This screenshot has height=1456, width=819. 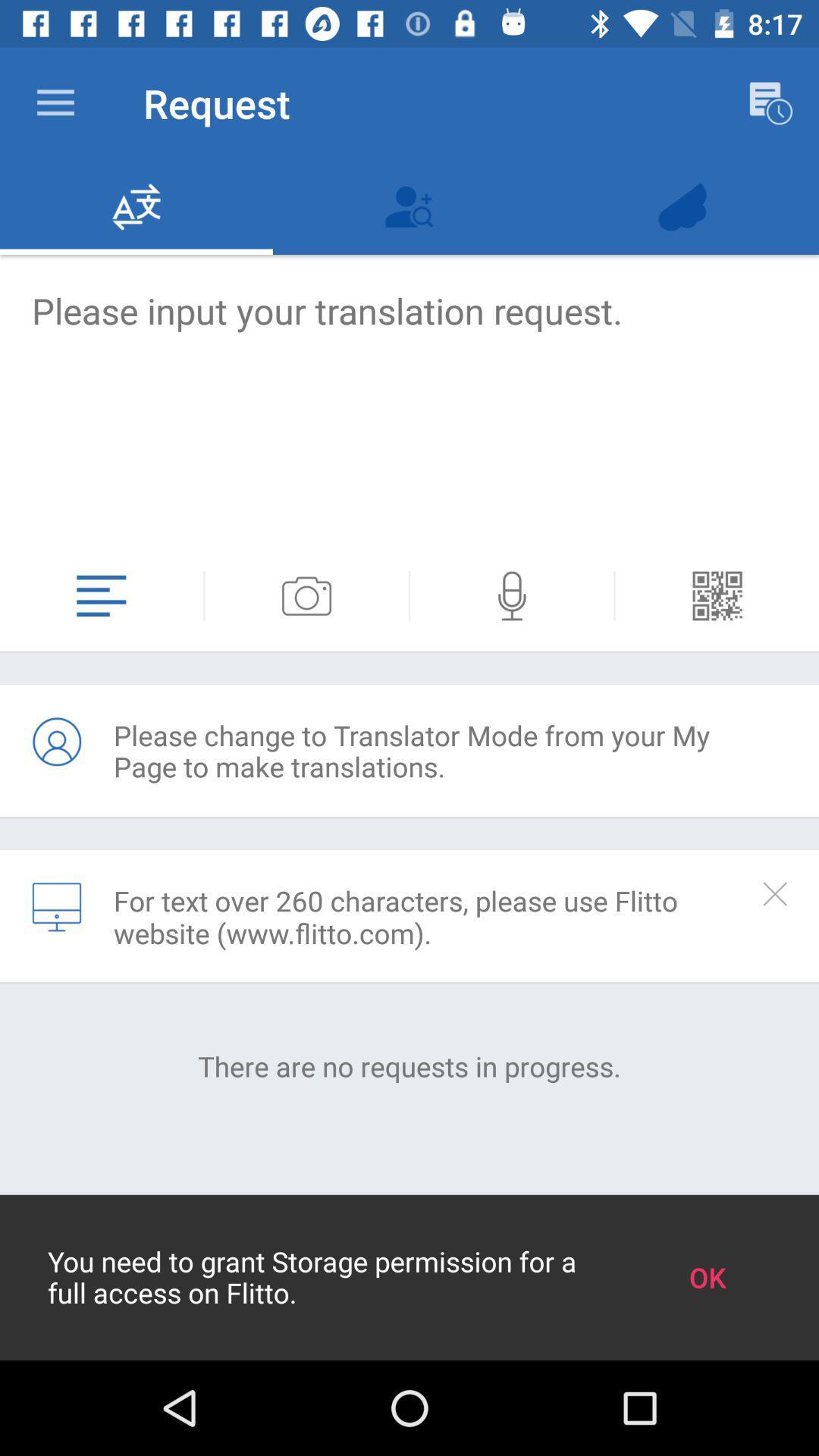 I want to click on icon below please input your app, so click(x=717, y=595).